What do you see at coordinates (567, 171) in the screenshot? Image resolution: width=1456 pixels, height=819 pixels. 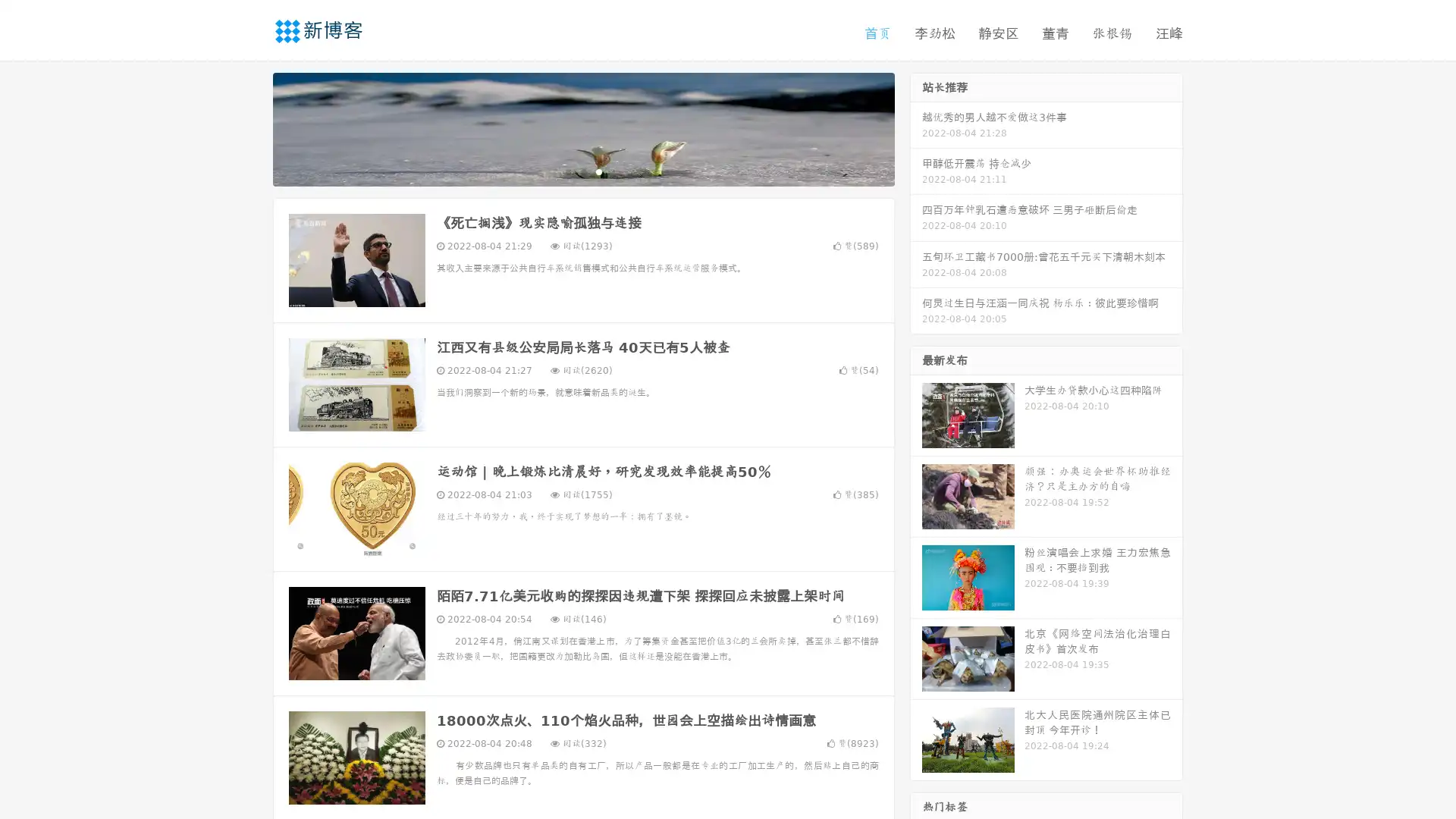 I see `Go to slide 1` at bounding box center [567, 171].